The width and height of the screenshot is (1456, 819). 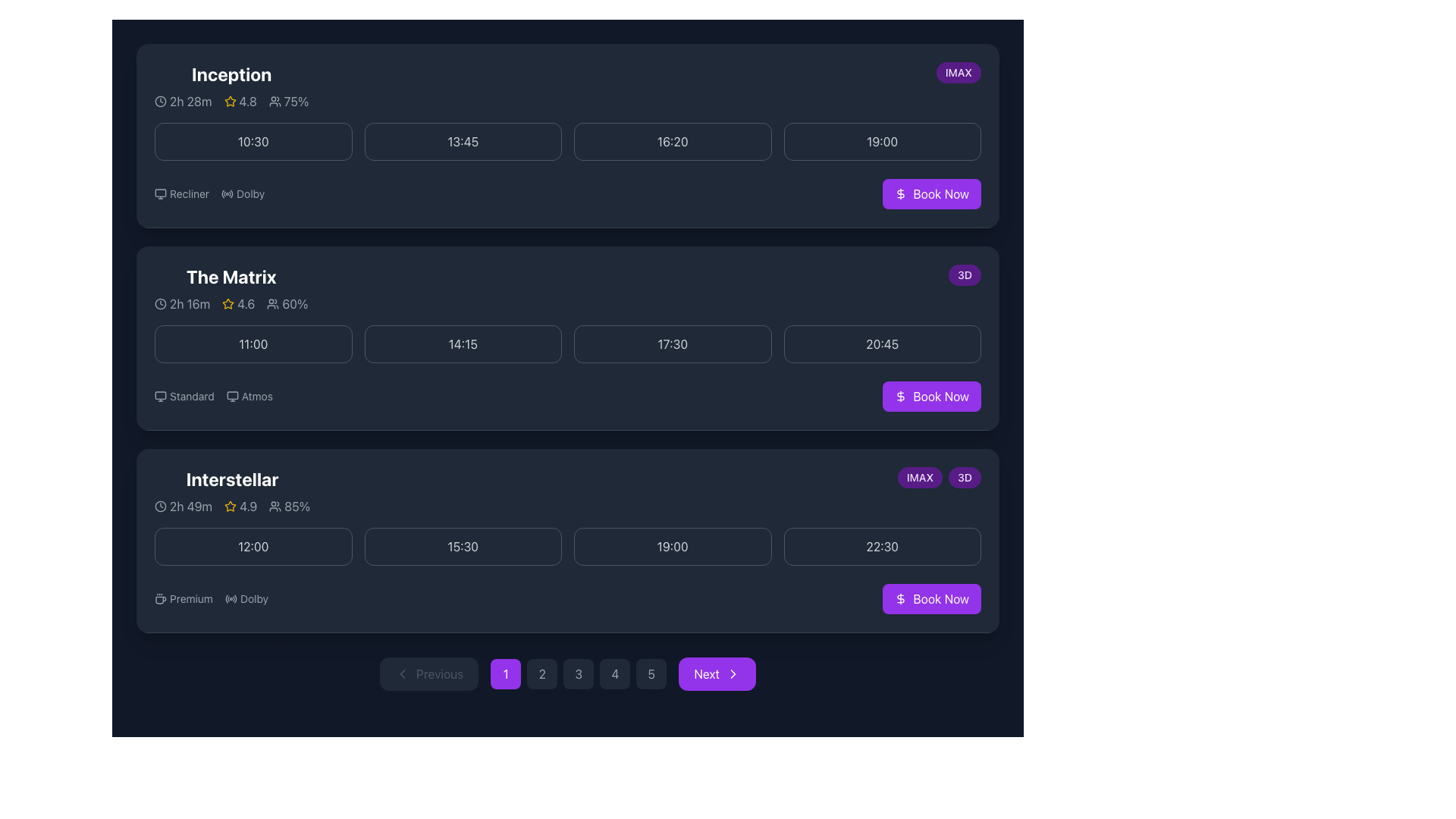 What do you see at coordinates (462, 344) in the screenshot?
I see `the Interactive button displaying '14:15' to trigger its border color change from gray to purple` at bounding box center [462, 344].